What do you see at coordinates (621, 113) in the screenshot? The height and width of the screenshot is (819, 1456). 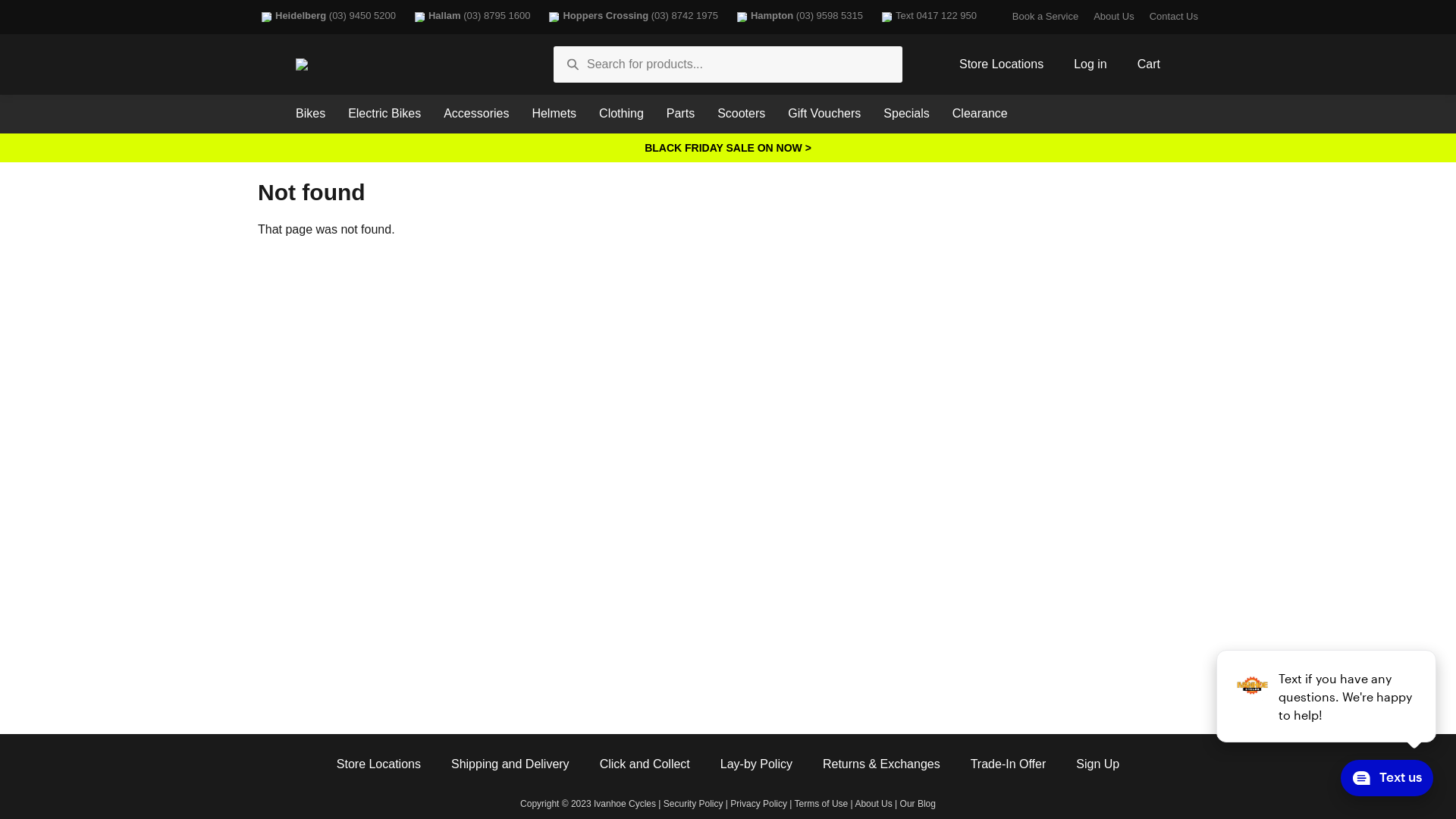 I see `'Clothing'` at bounding box center [621, 113].